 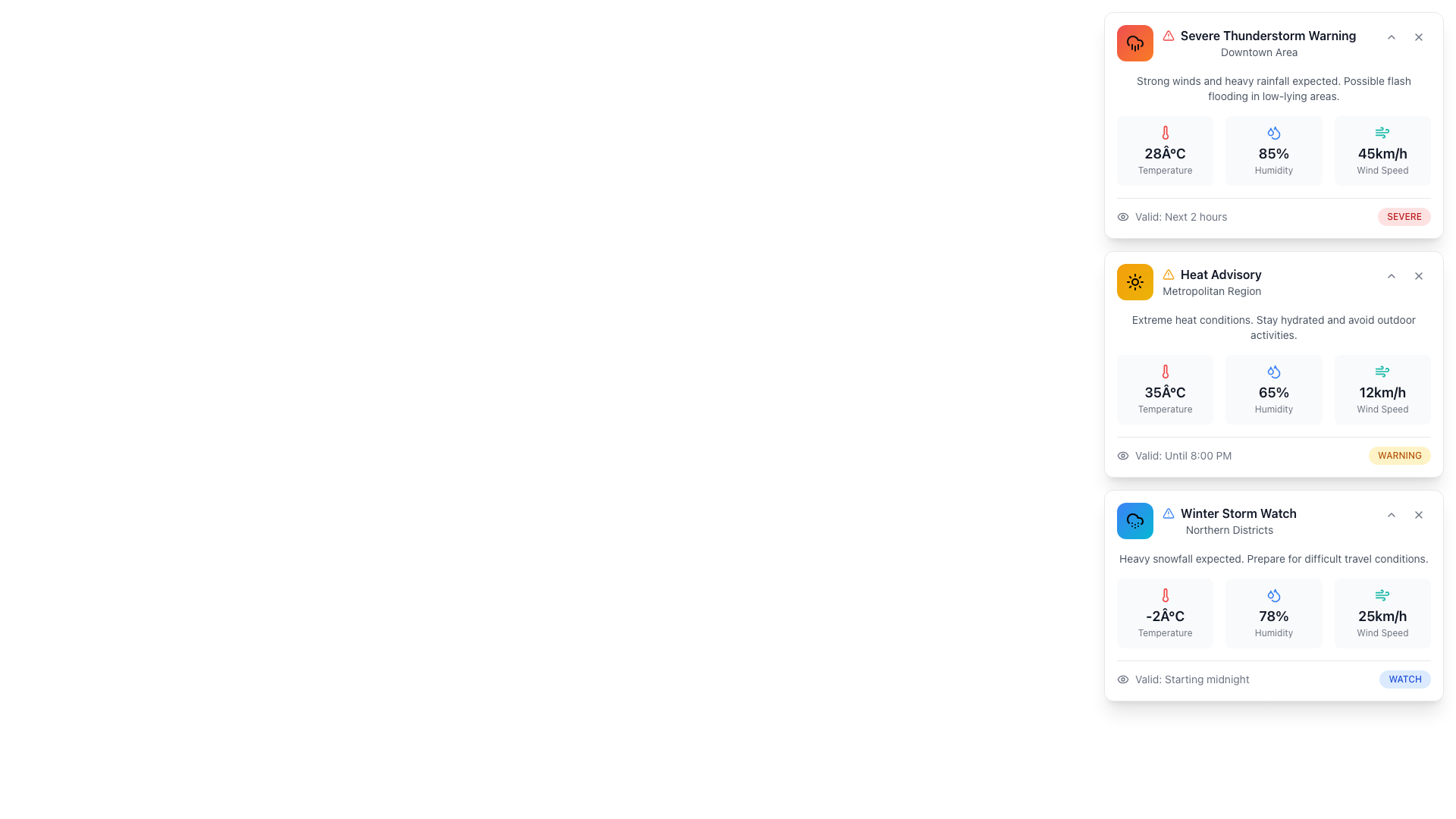 What do you see at coordinates (1382, 131) in the screenshot?
I see `the teal vector graphic icon resembling wind currents located above the '45km/h Wind Speed' label in the 'Wind Speed' section of the 'Severe Thunderstorm Warning' card` at bounding box center [1382, 131].